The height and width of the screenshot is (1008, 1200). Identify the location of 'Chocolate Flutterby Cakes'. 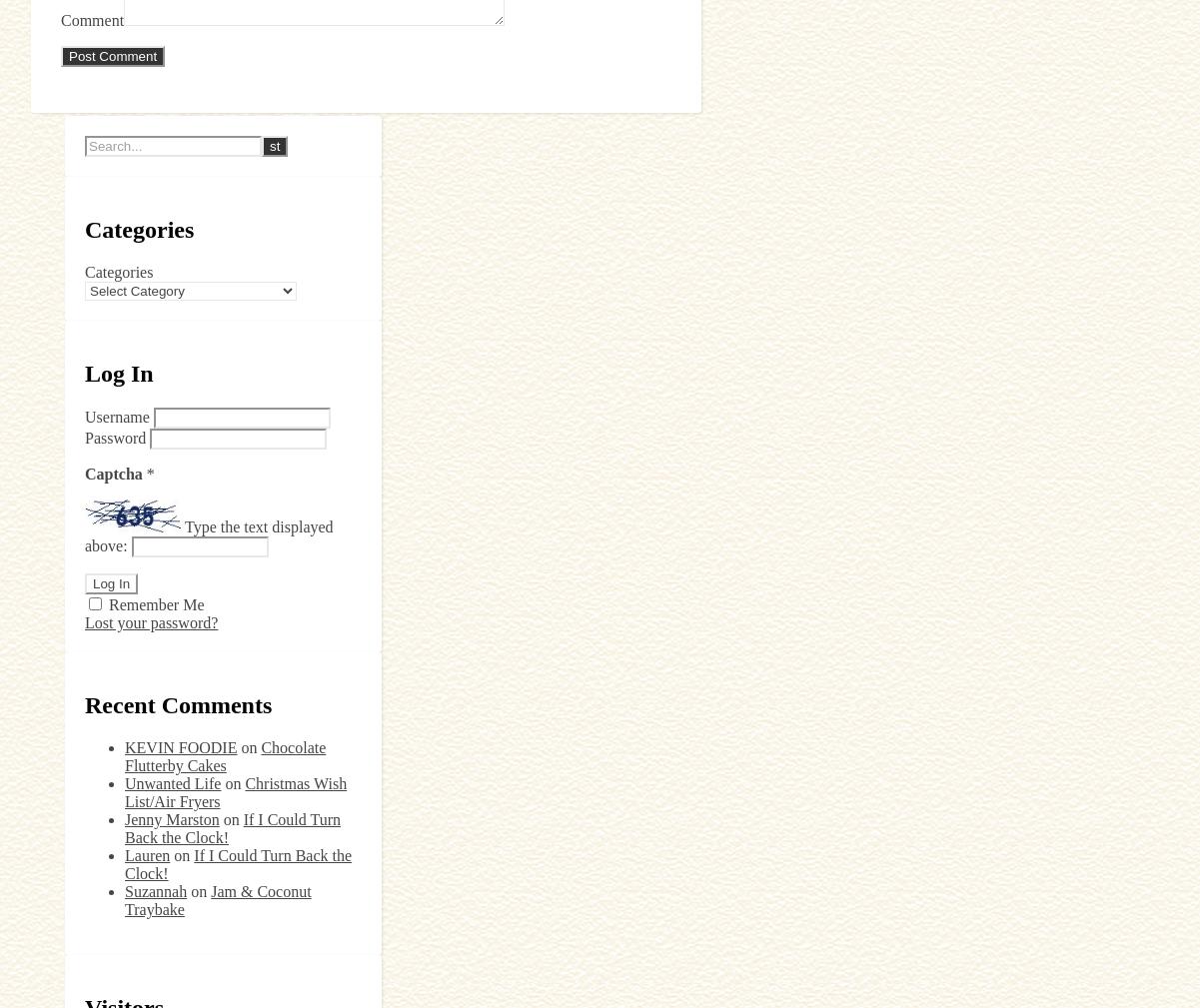
(224, 755).